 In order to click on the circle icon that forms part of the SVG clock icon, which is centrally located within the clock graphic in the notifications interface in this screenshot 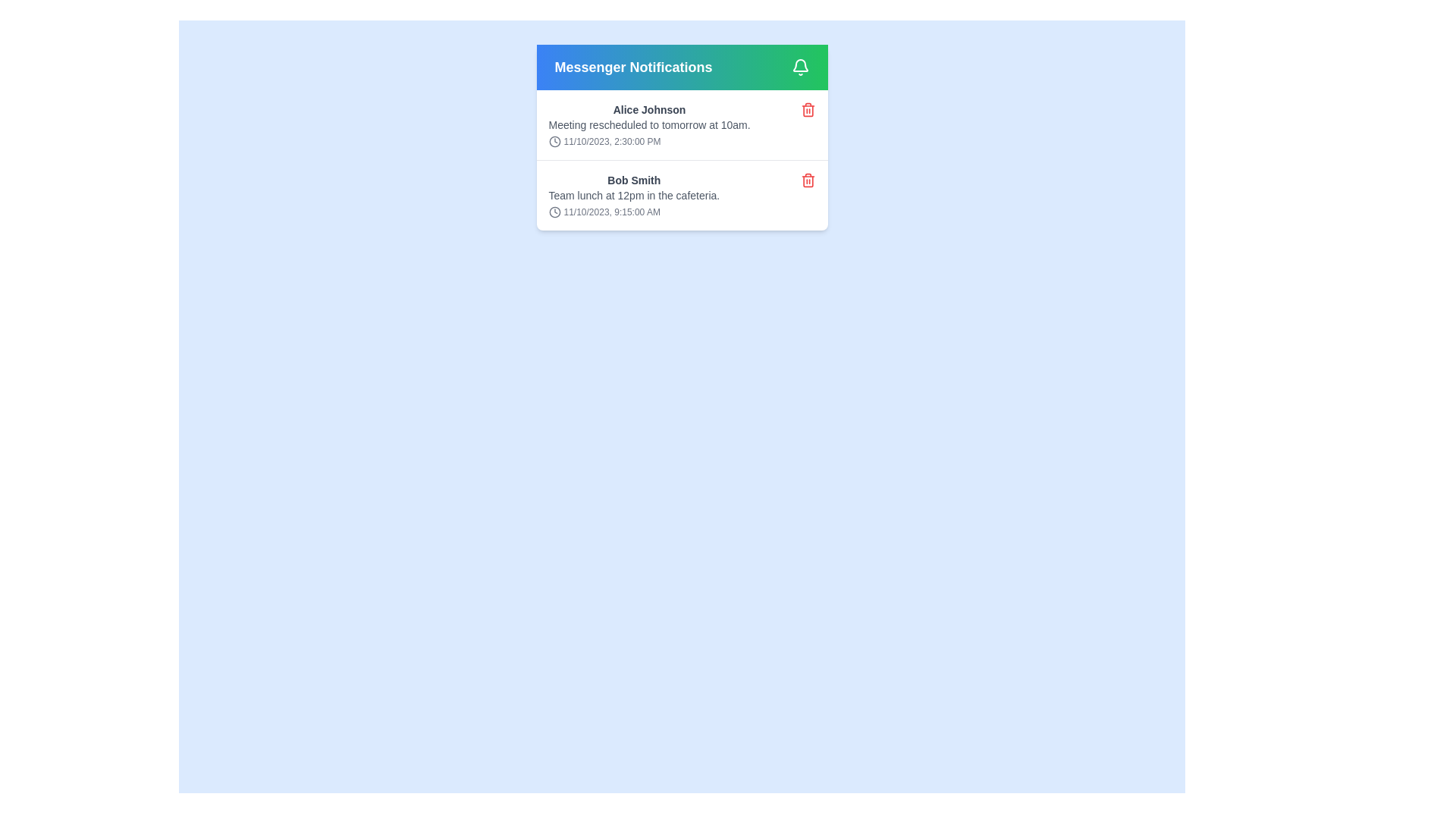, I will do `click(554, 141)`.